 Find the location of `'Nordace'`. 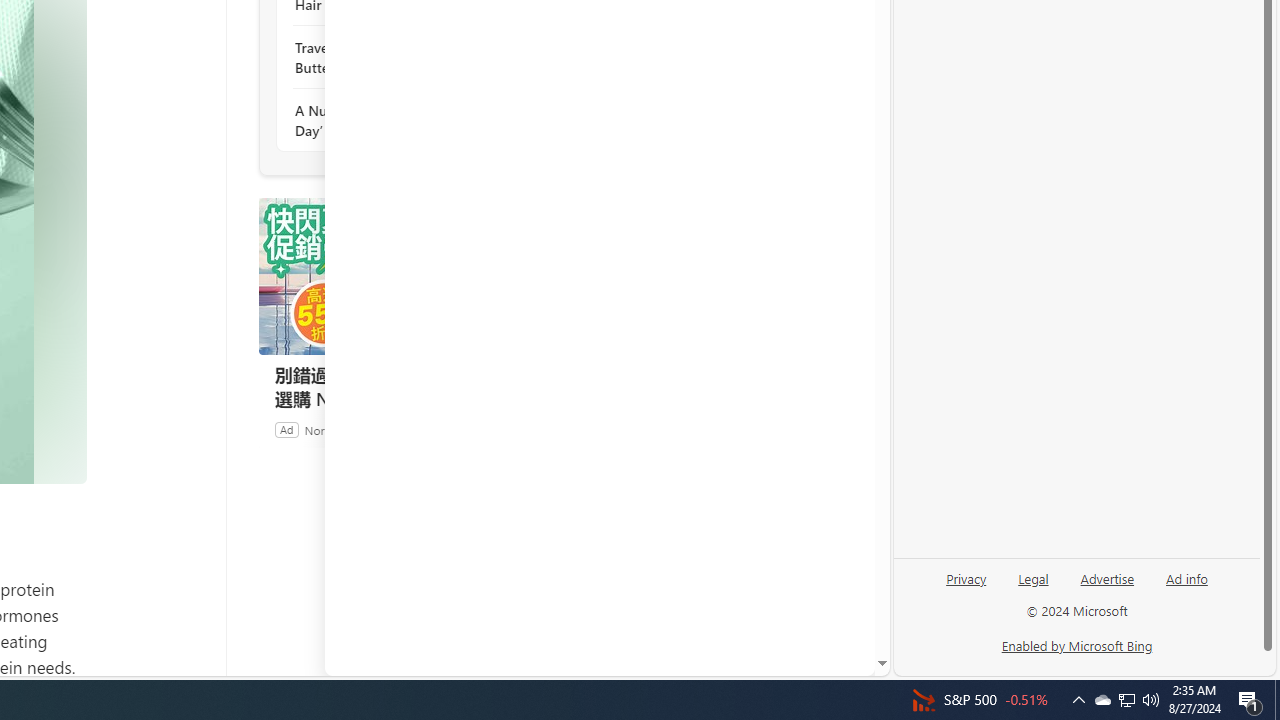

'Nordace' is located at coordinates (327, 428).